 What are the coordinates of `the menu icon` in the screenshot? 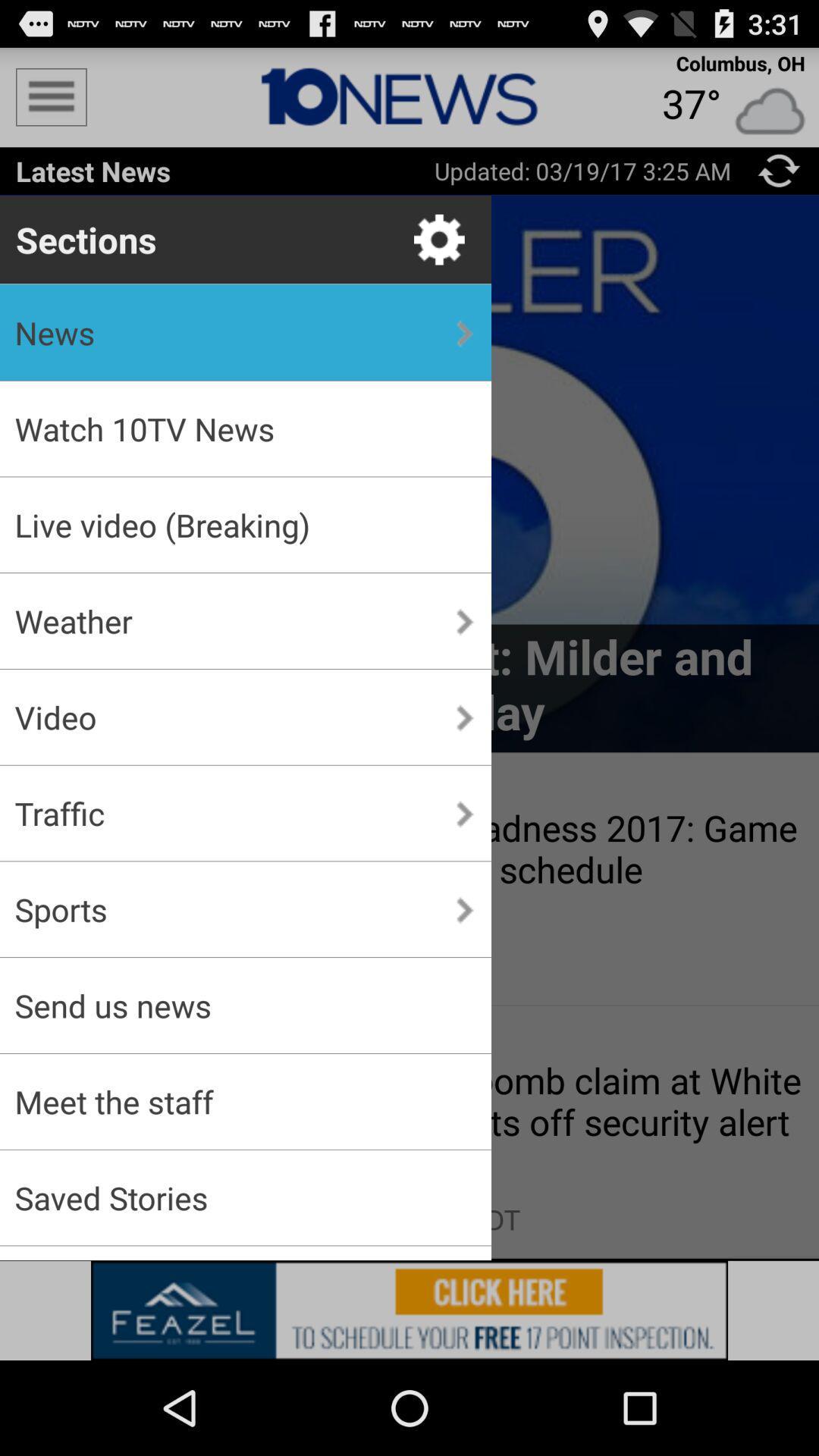 It's located at (50, 103).